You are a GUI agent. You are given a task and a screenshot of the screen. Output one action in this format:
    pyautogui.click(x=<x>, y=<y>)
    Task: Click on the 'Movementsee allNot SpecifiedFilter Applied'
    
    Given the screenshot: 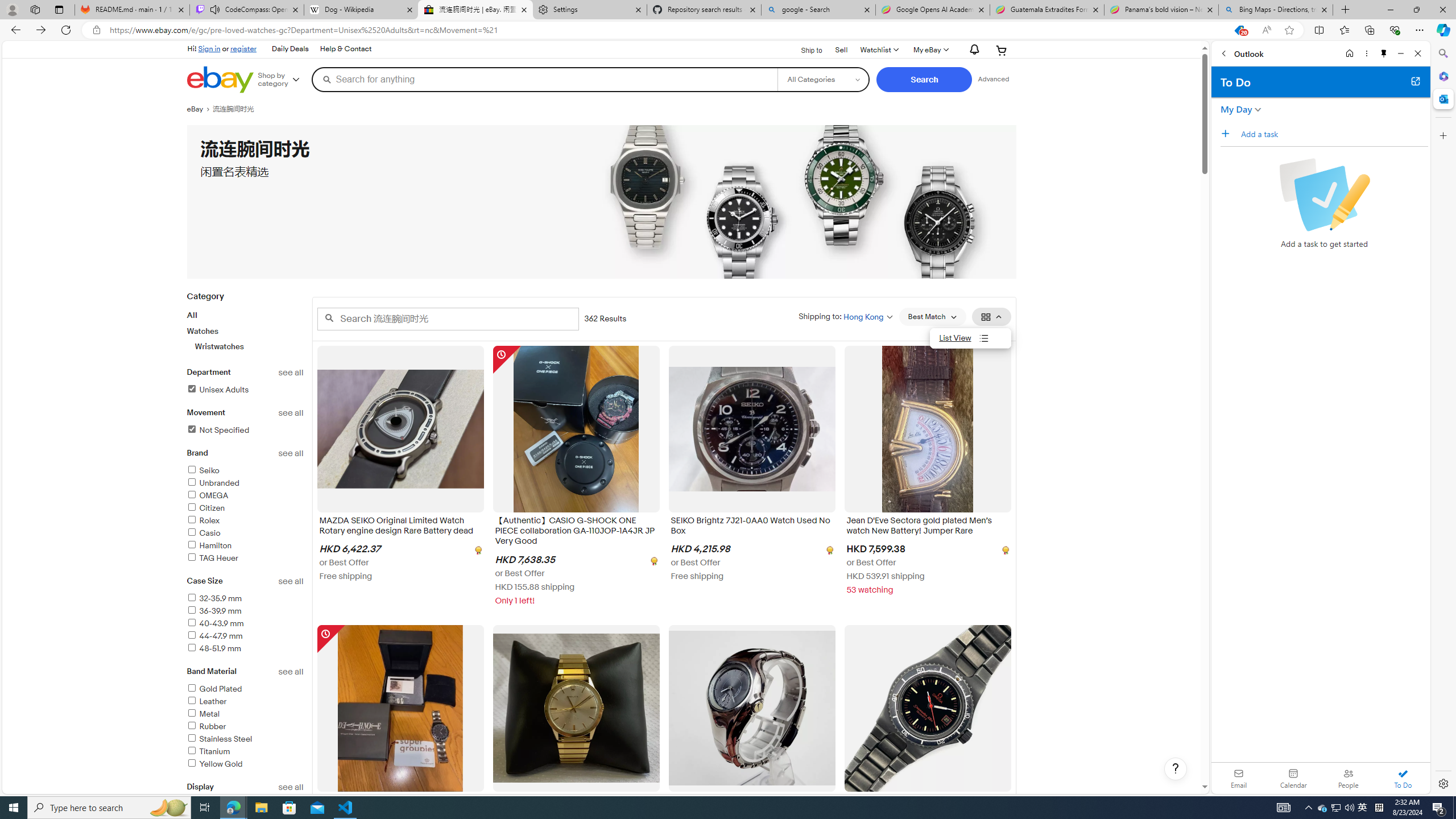 What is the action you would take?
    pyautogui.click(x=245, y=427)
    